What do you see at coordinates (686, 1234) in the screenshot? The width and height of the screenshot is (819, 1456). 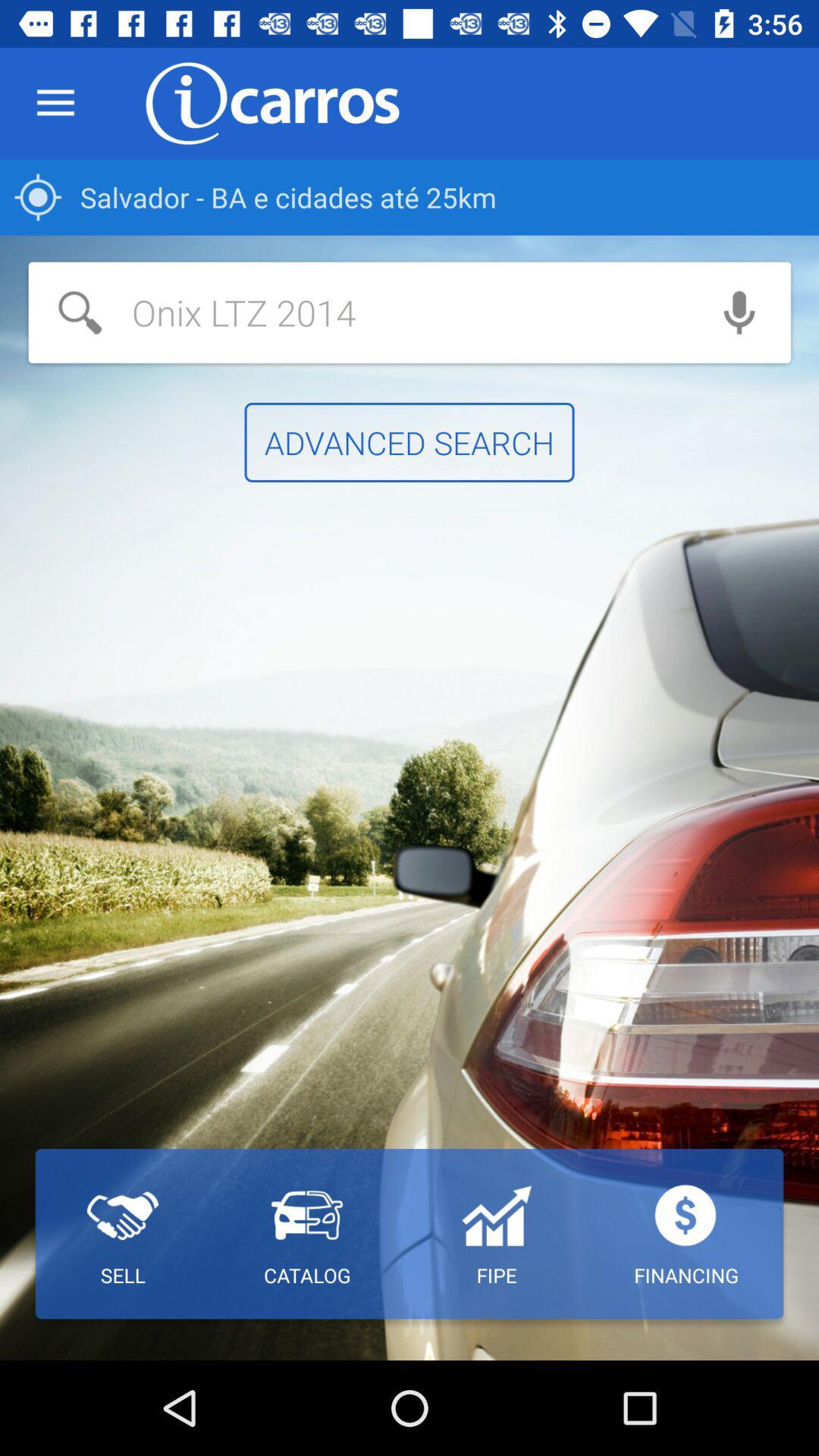 I see `the item to the right of fipe item` at bounding box center [686, 1234].